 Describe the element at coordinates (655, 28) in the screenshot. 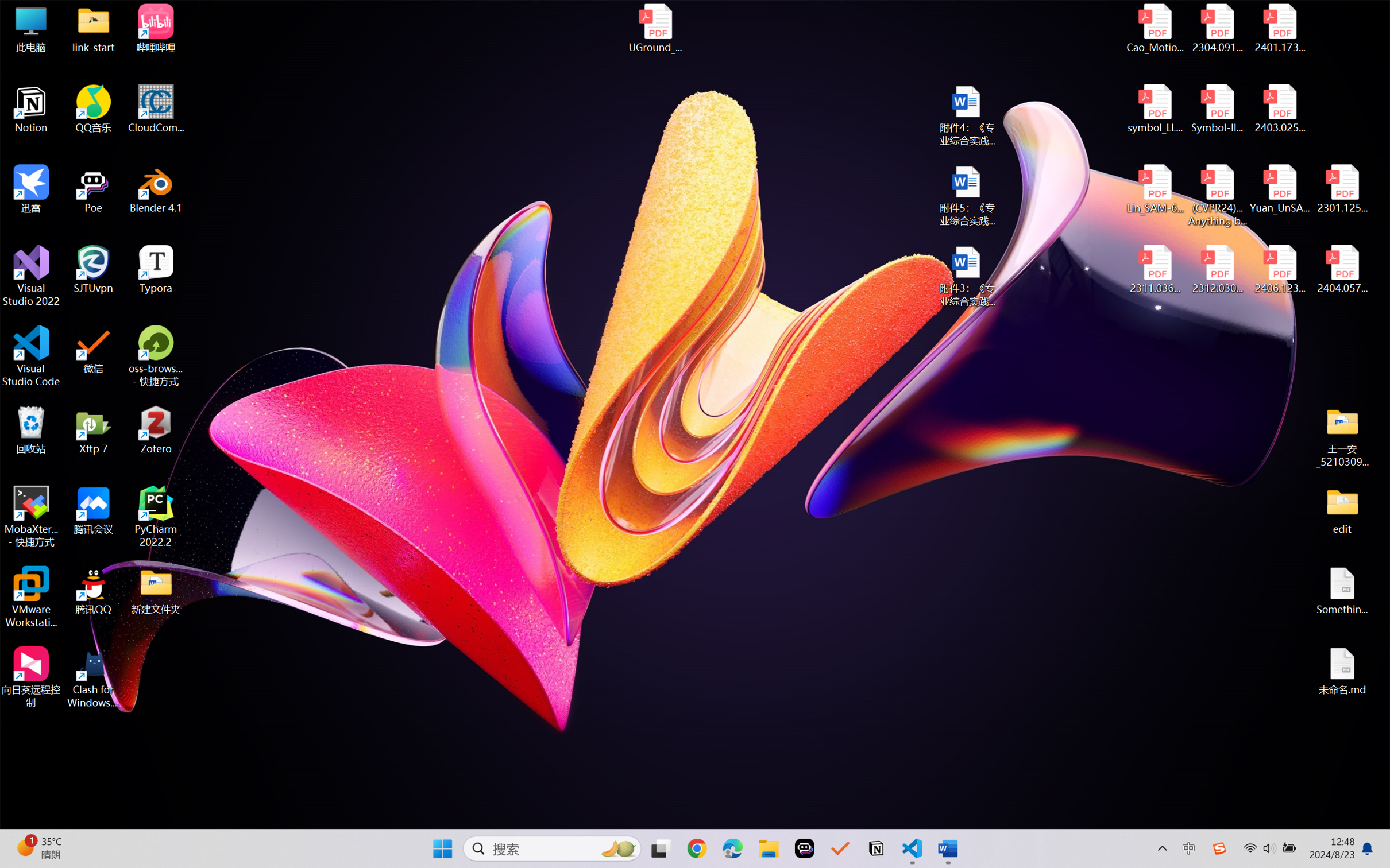

I see `'UGround_paper.pdf'` at that location.